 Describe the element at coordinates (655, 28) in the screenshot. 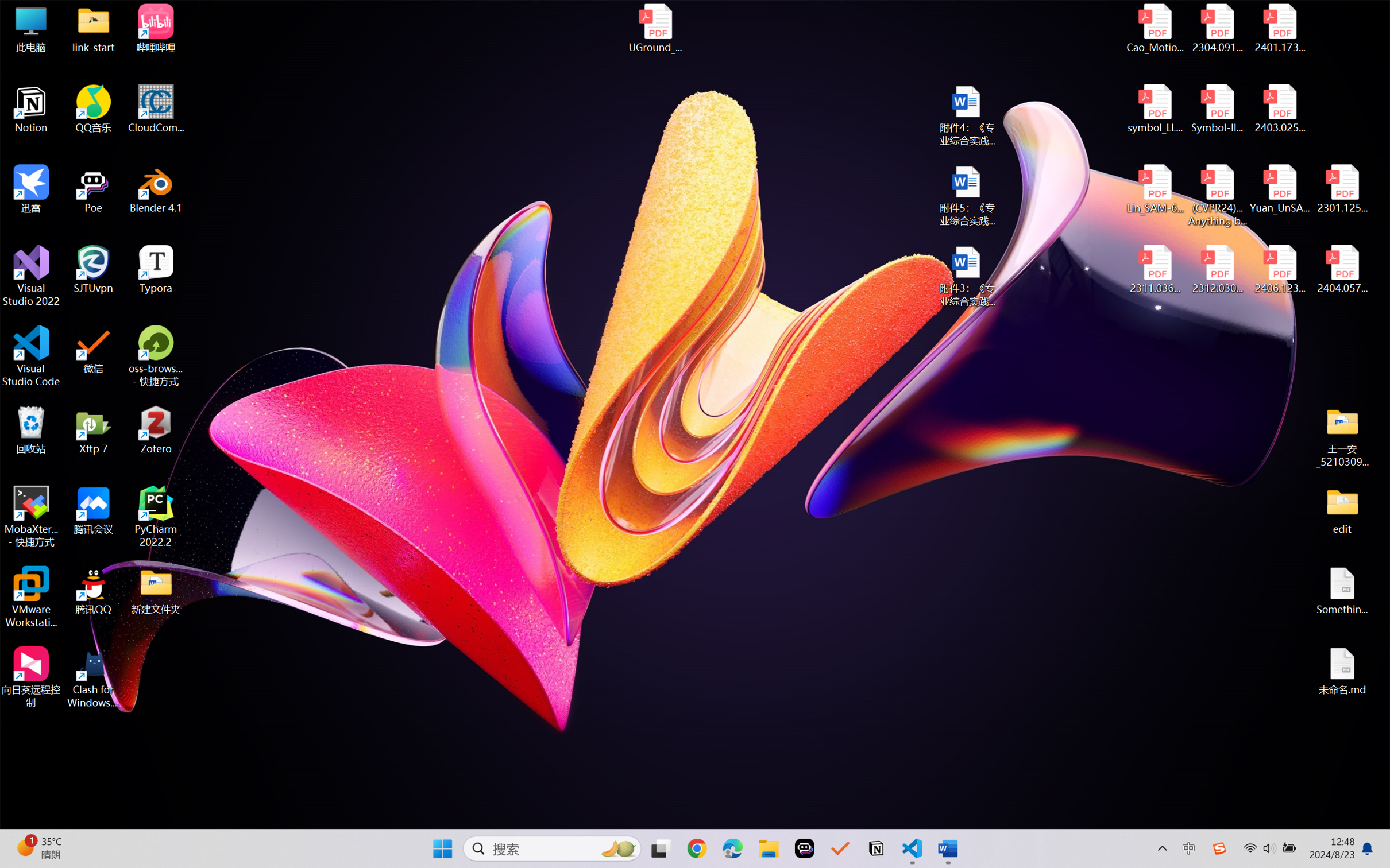

I see `'UGround_paper.pdf'` at that location.